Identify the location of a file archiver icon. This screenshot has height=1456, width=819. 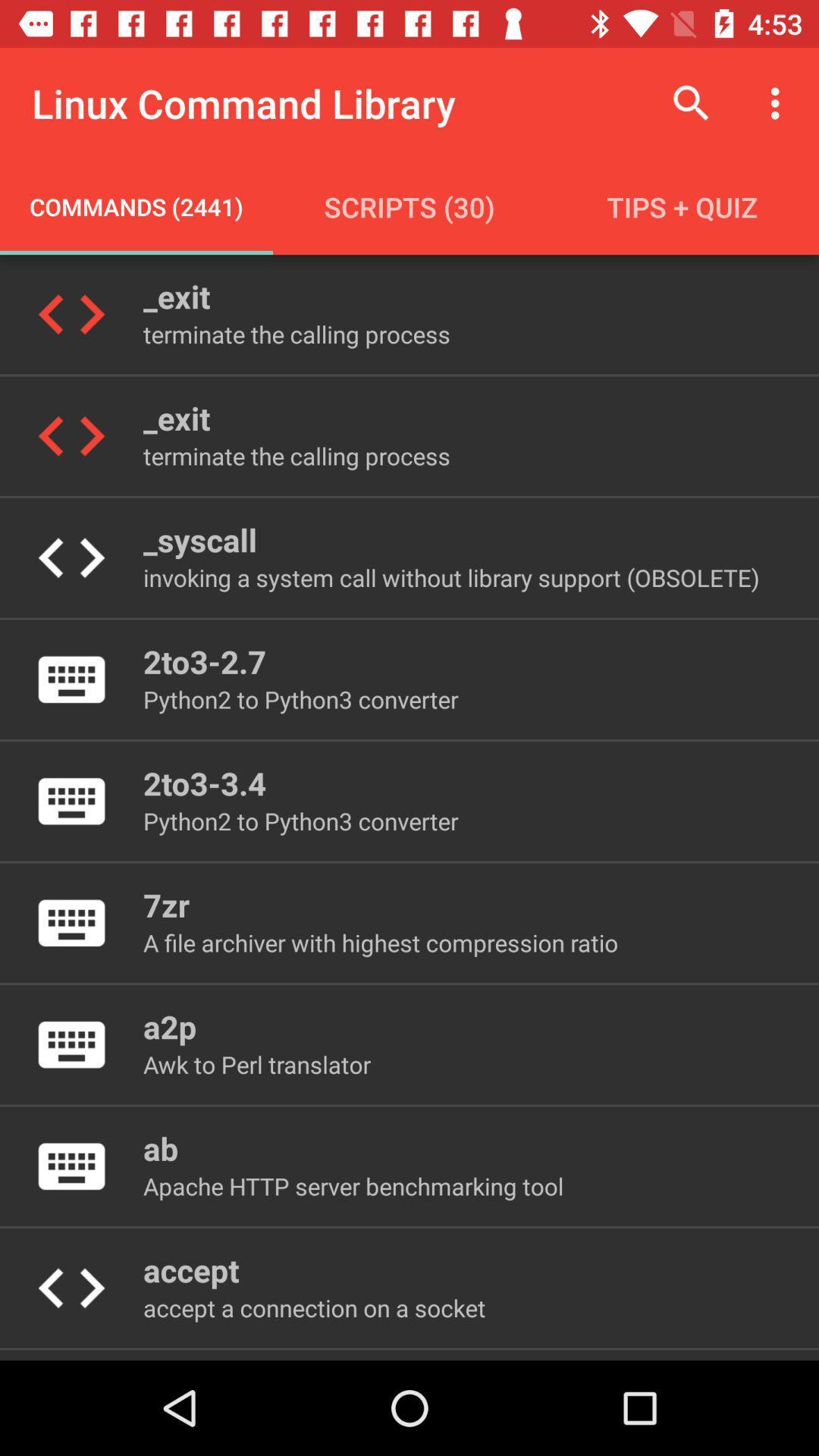
(380, 942).